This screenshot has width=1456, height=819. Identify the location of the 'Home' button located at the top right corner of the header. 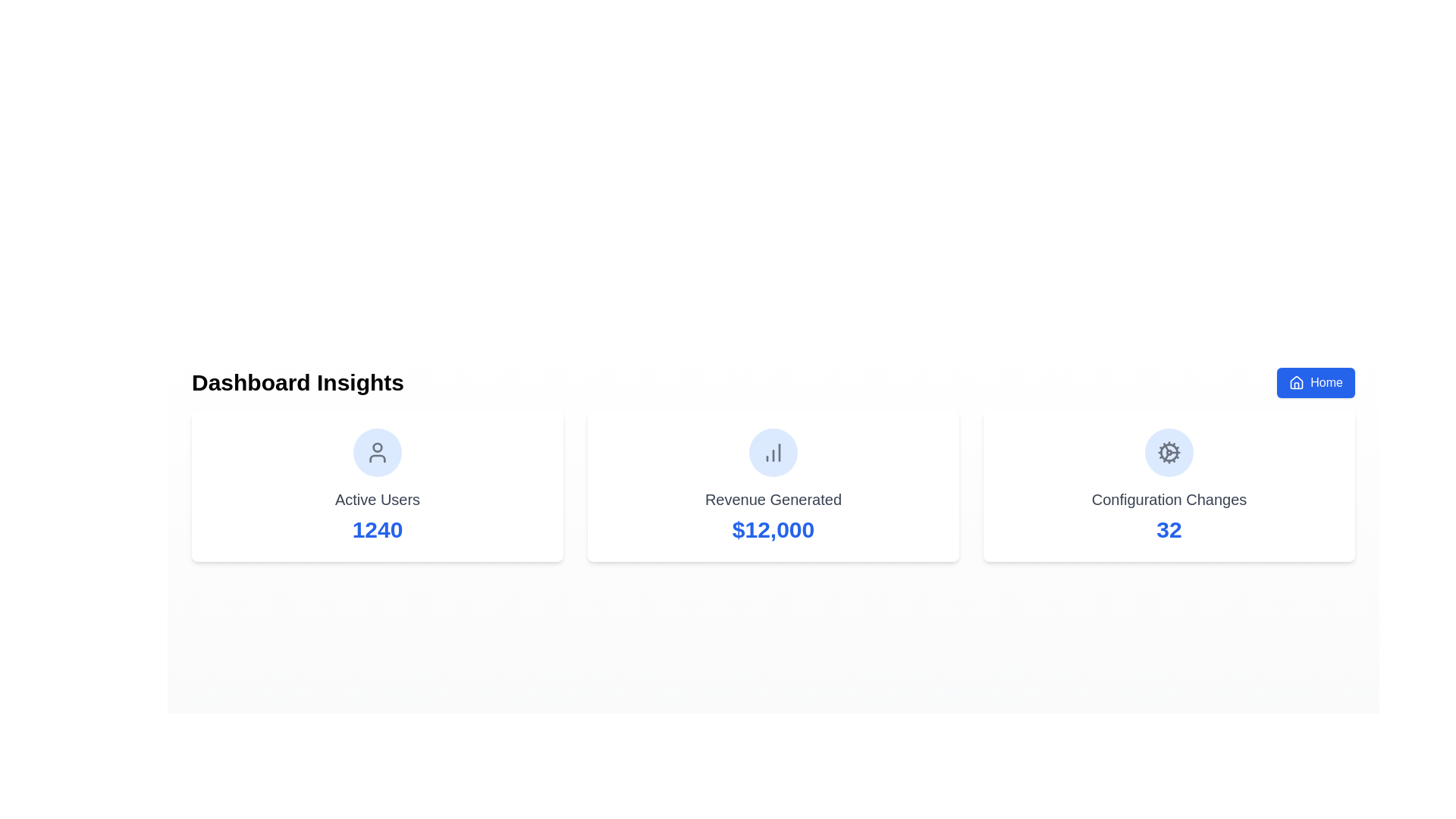
(1315, 382).